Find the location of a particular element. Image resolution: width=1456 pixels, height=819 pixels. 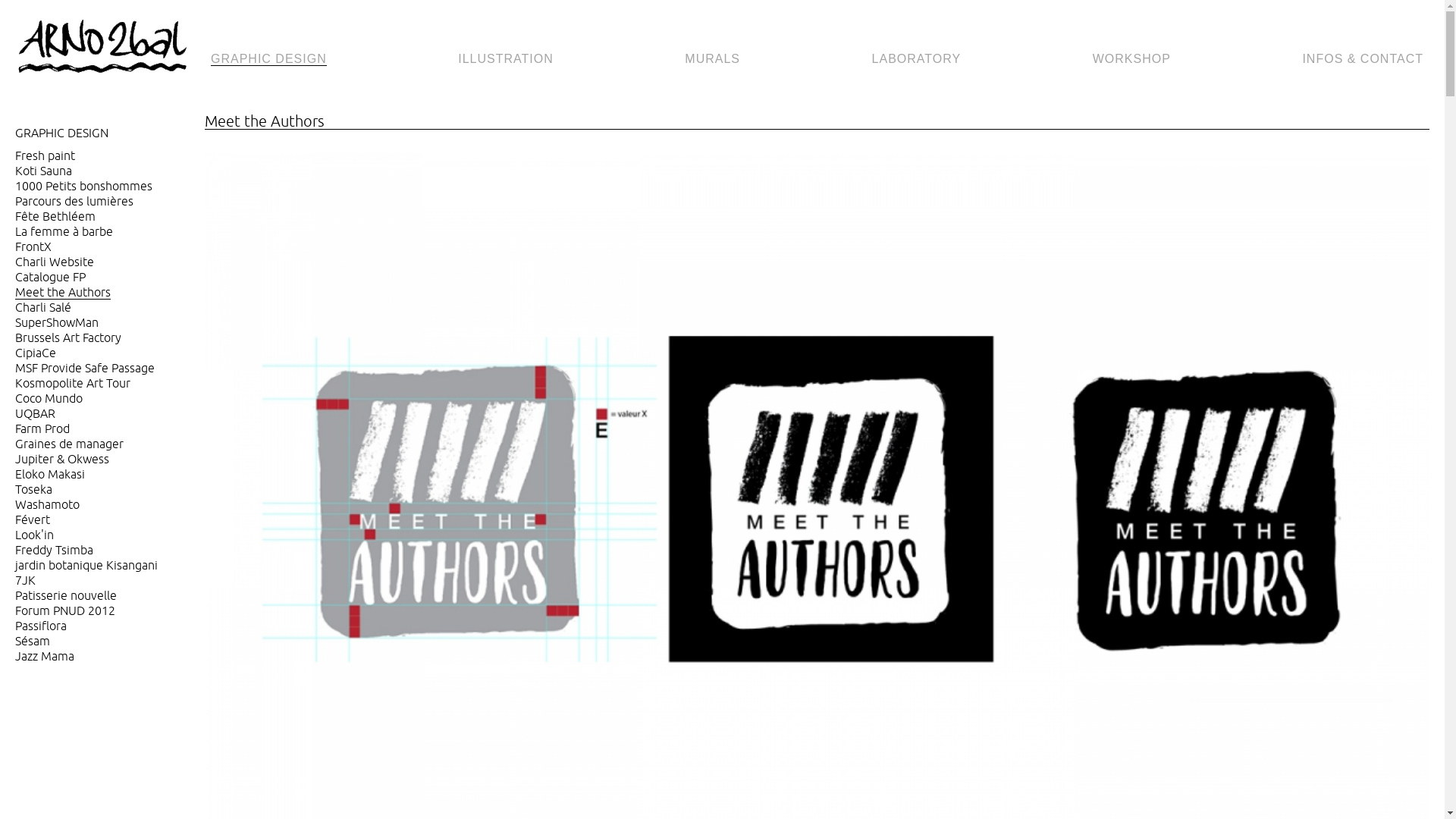

'Freddy Tsimba' is located at coordinates (54, 550).